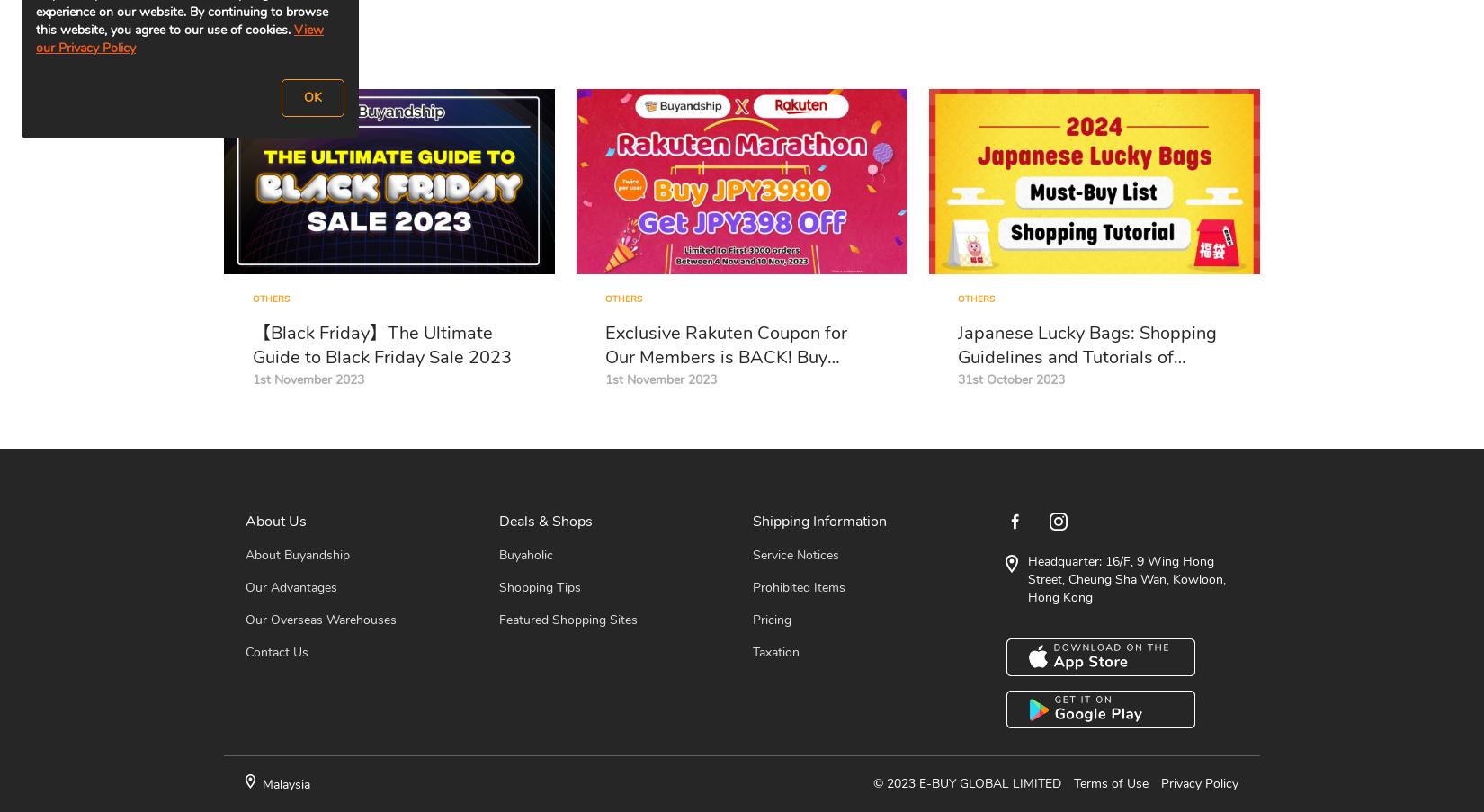 The height and width of the screenshot is (812, 1484). I want to click on 'Our Advantages', so click(291, 586).